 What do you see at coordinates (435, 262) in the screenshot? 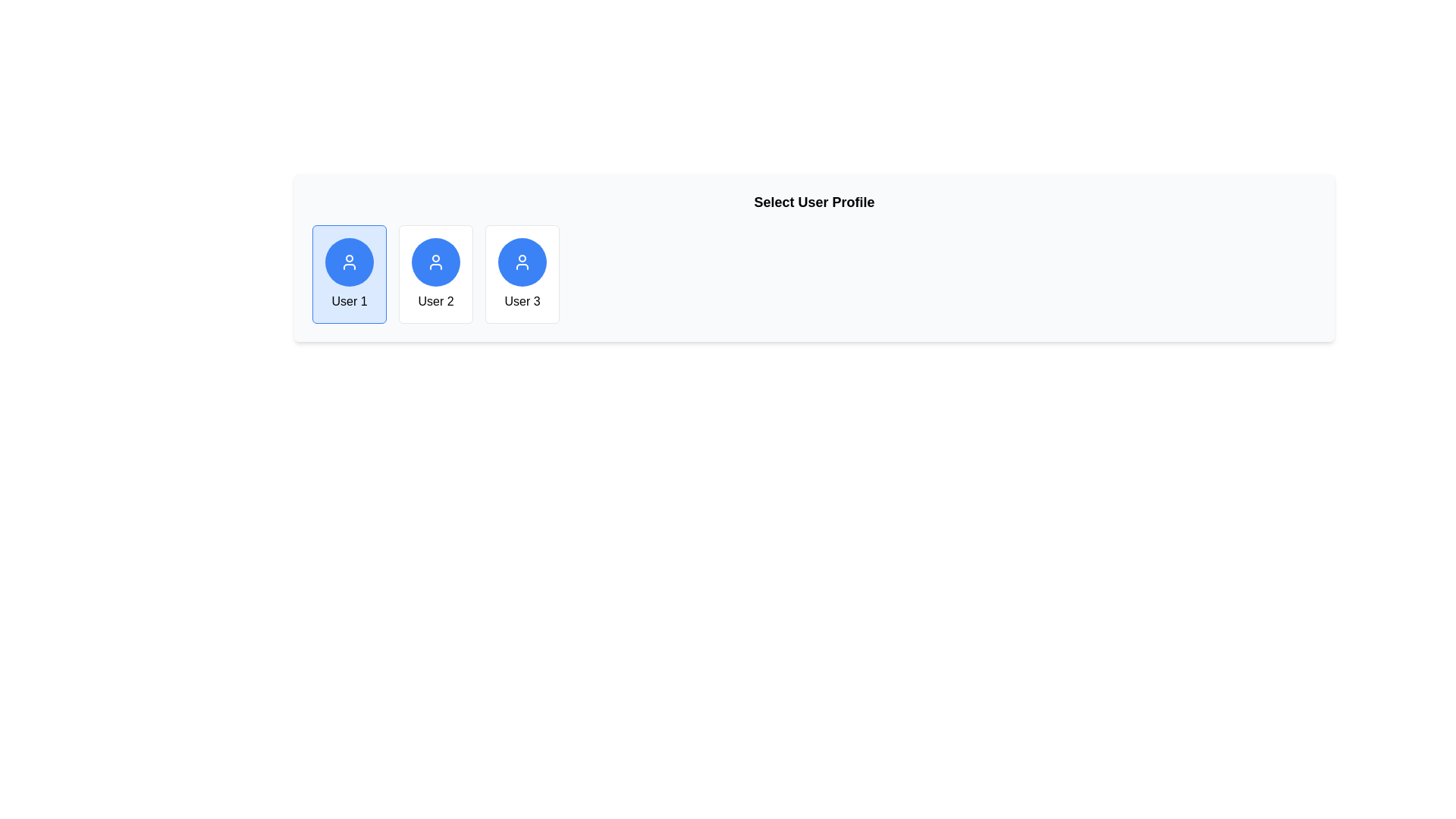
I see `the user profile button that represents 'User 2'` at bounding box center [435, 262].